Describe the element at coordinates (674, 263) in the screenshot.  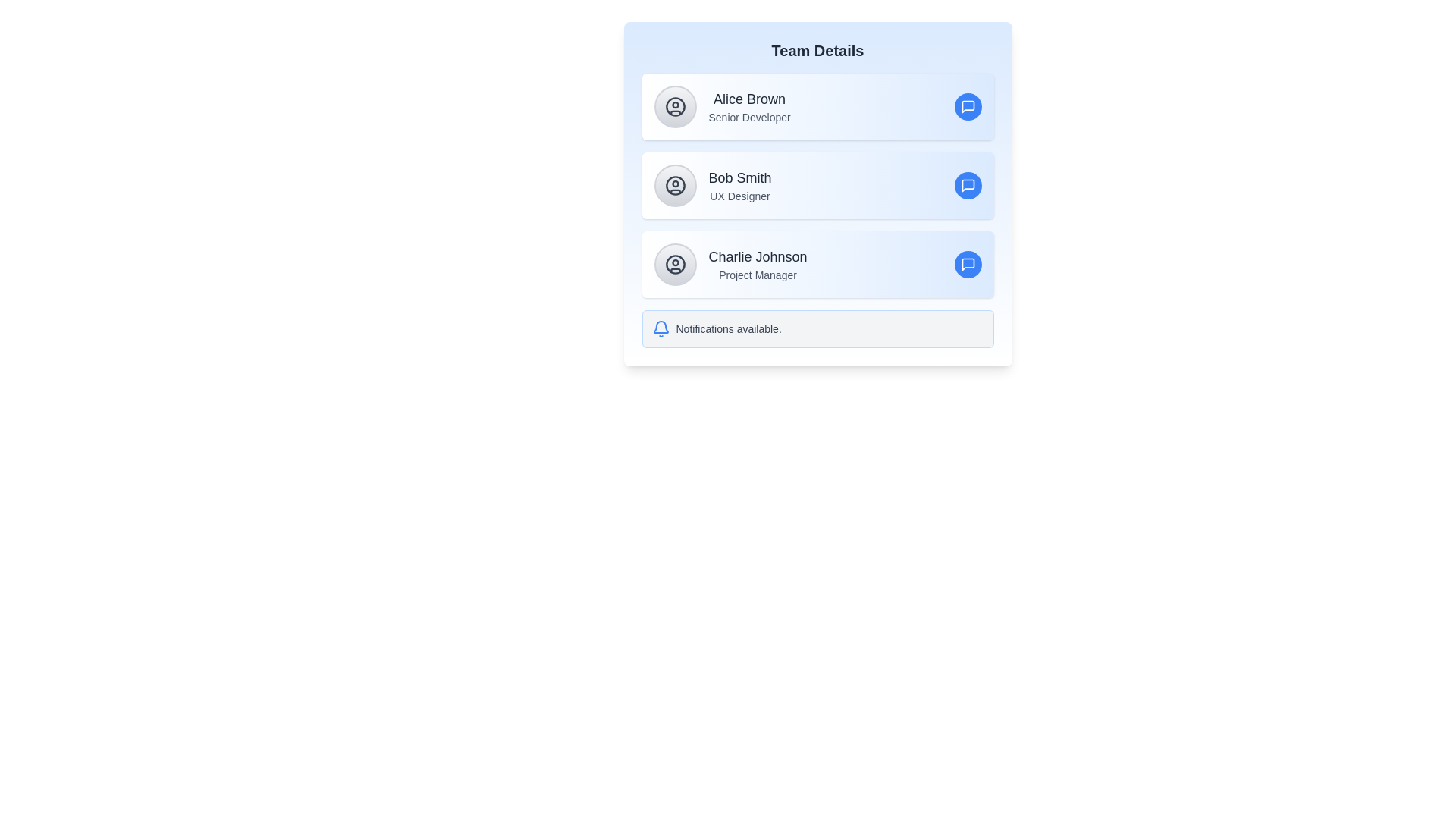
I see `the circular icon representing the user 'Charlie Johnson, Project Manager' in the team details layout by moving to its center point` at that location.